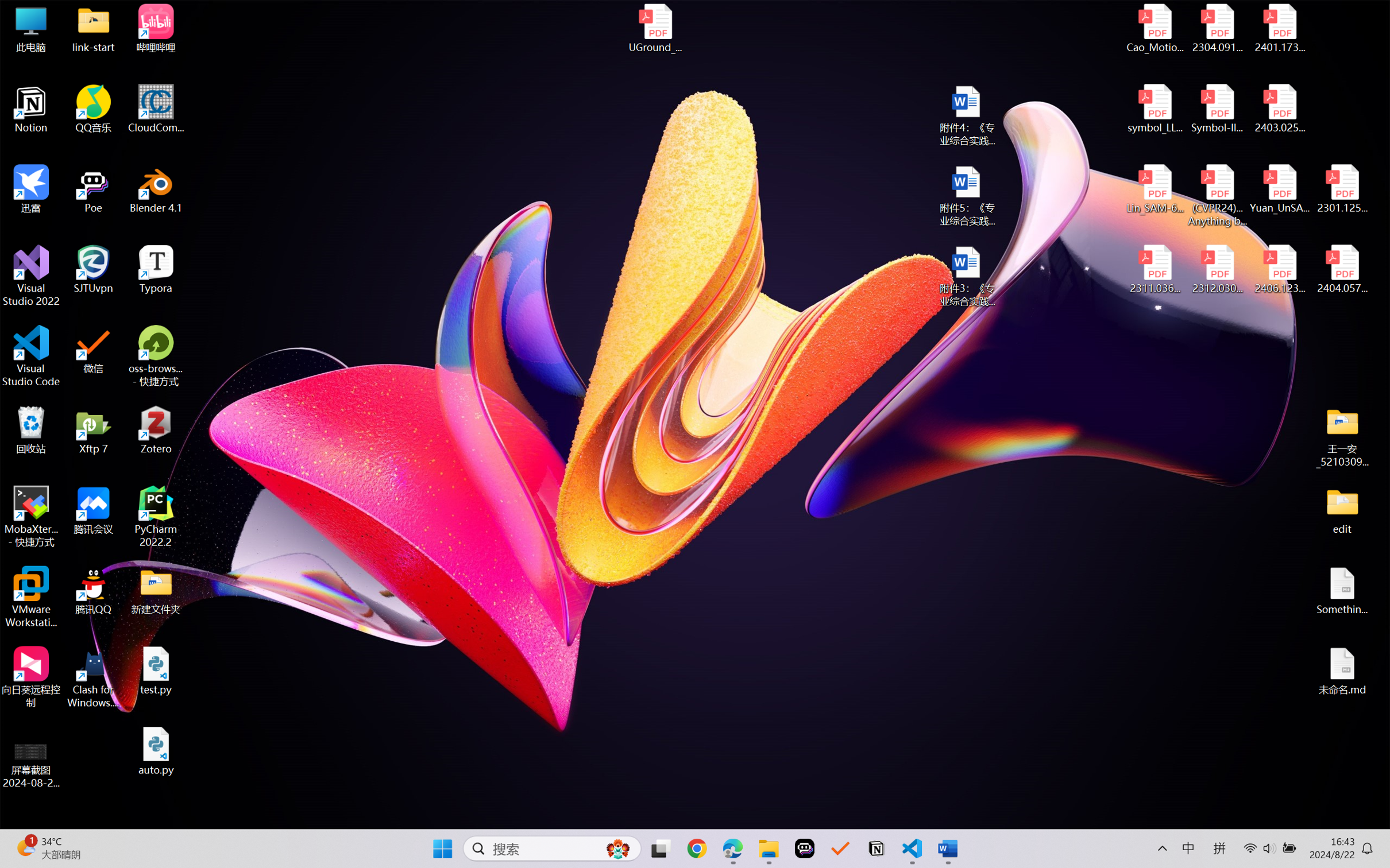  What do you see at coordinates (156, 517) in the screenshot?
I see `'PyCharm 2022.2'` at bounding box center [156, 517].